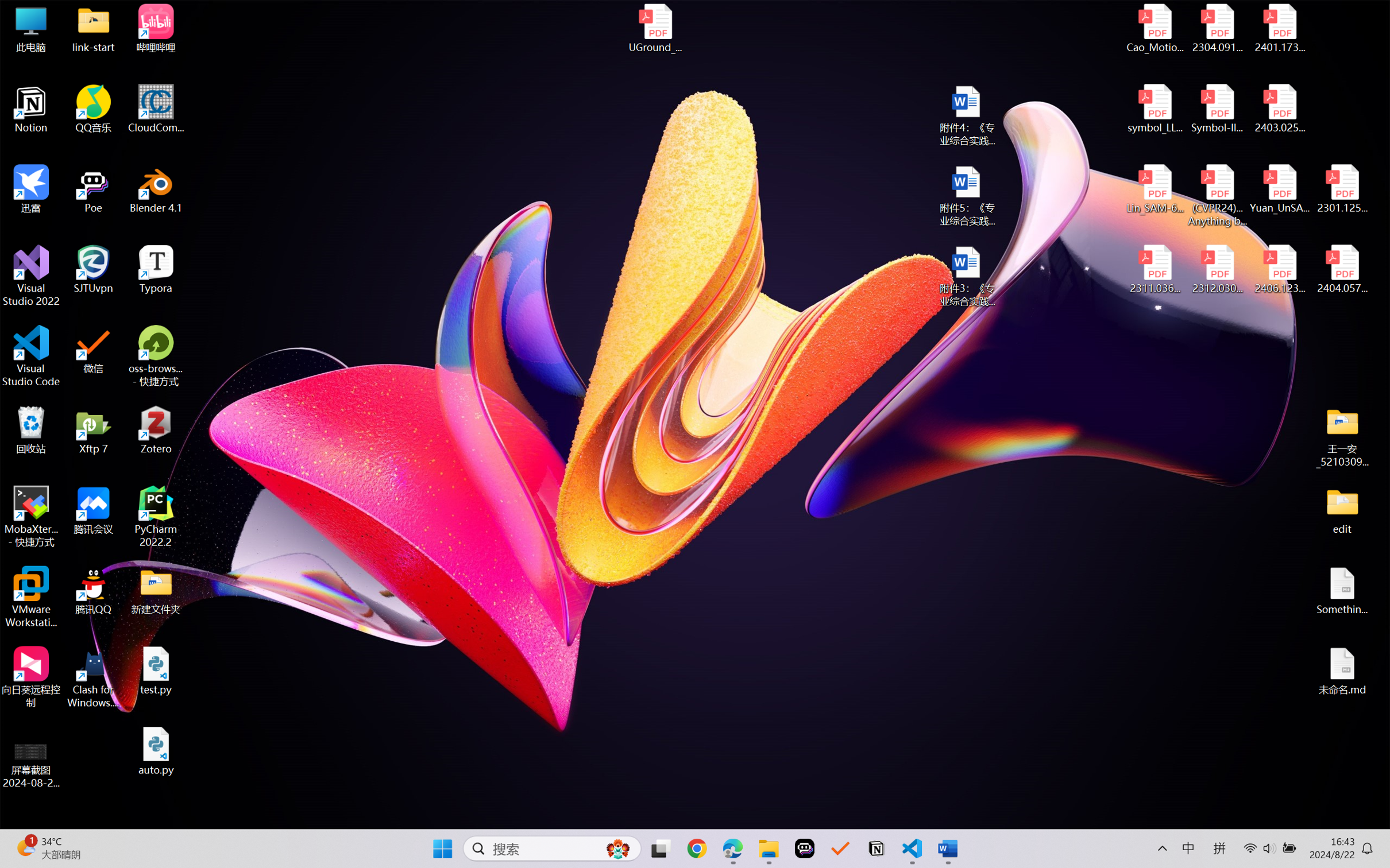  What do you see at coordinates (156, 517) in the screenshot?
I see `'PyCharm 2022.2'` at bounding box center [156, 517].